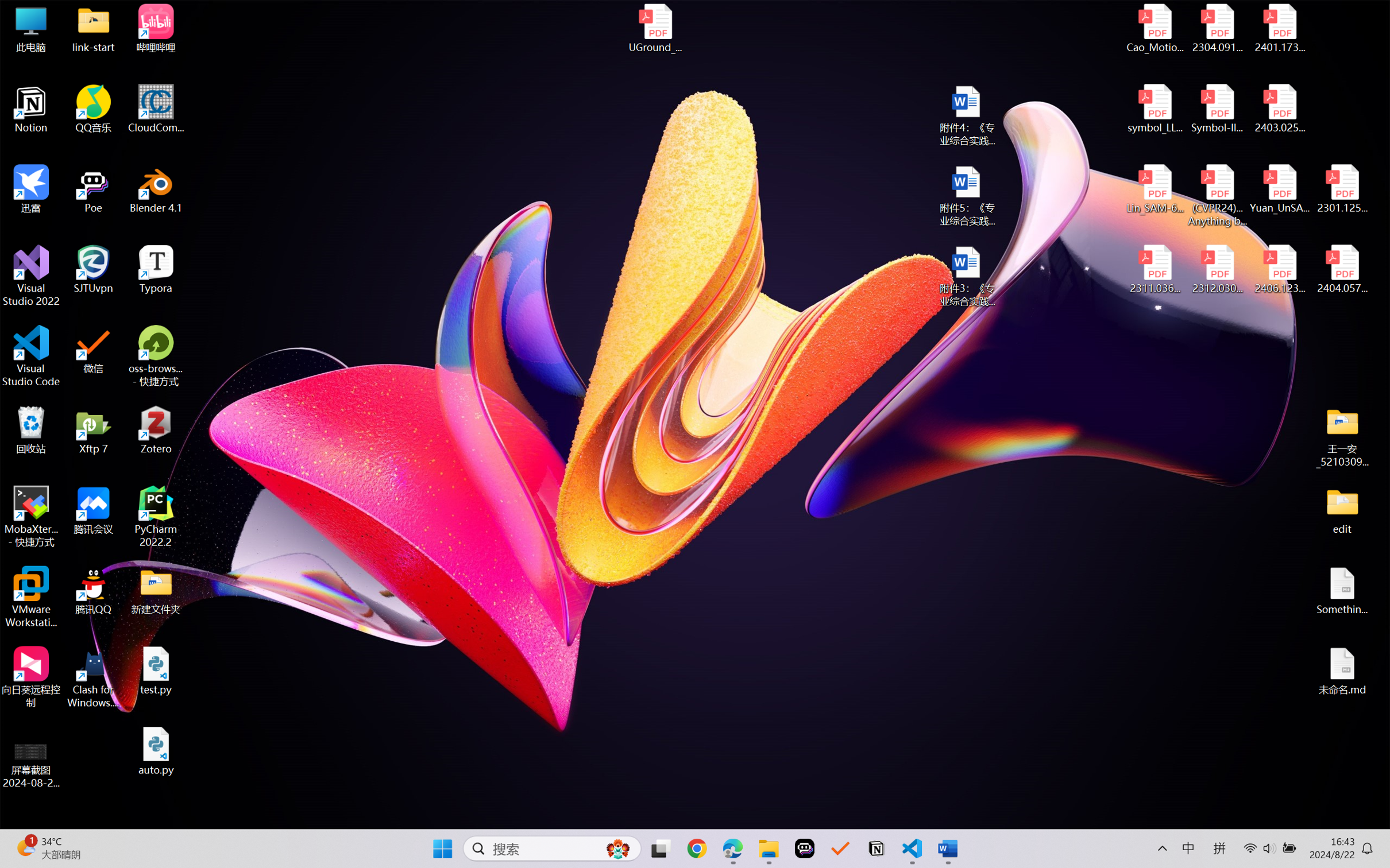  What do you see at coordinates (156, 517) in the screenshot?
I see `'PyCharm 2022.2'` at bounding box center [156, 517].